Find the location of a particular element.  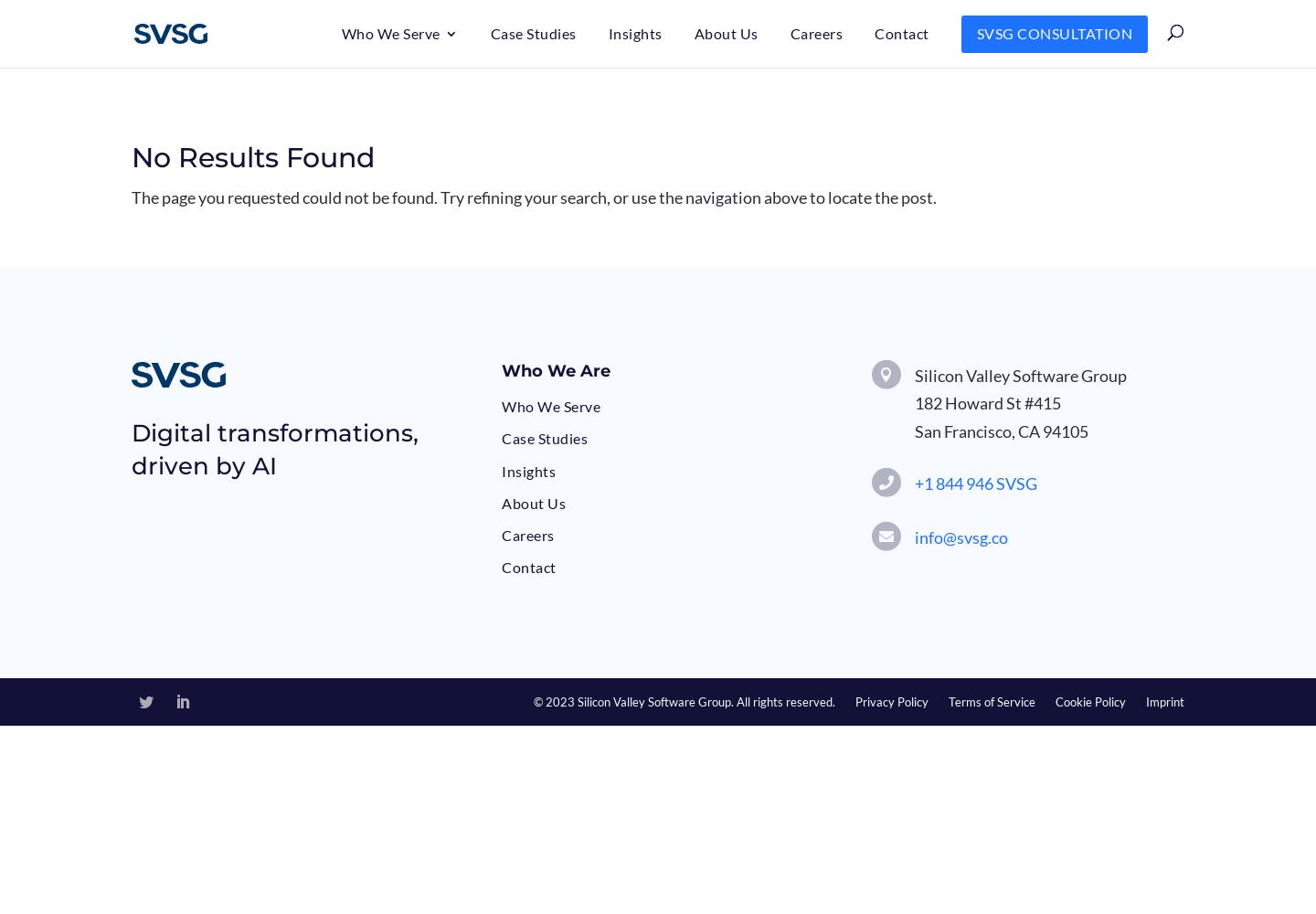

'Silicon Valley Software Group' is located at coordinates (913, 375).